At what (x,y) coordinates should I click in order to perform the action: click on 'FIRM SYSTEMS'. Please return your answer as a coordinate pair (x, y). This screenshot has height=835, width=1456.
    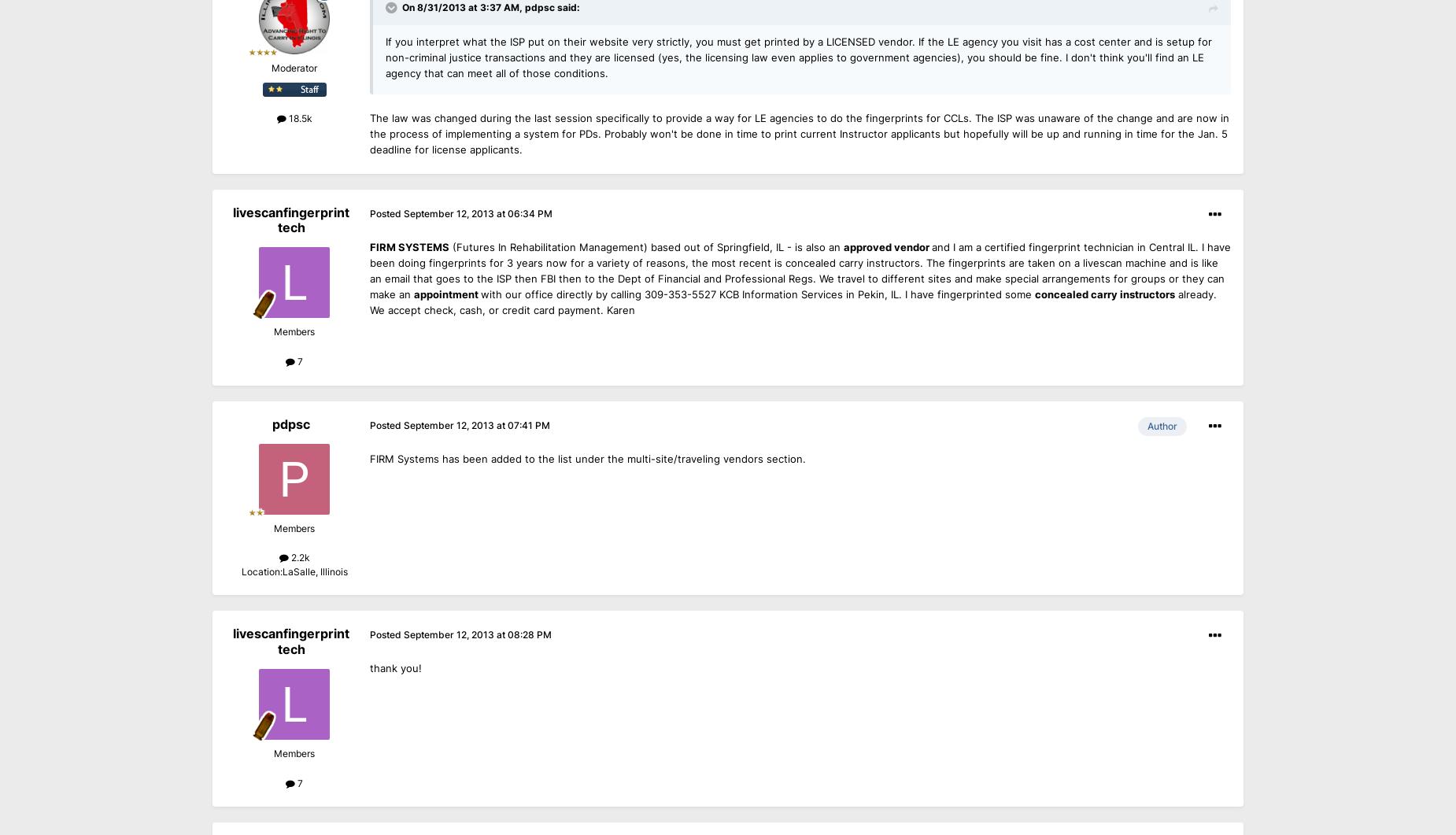
    Looking at the image, I should click on (409, 246).